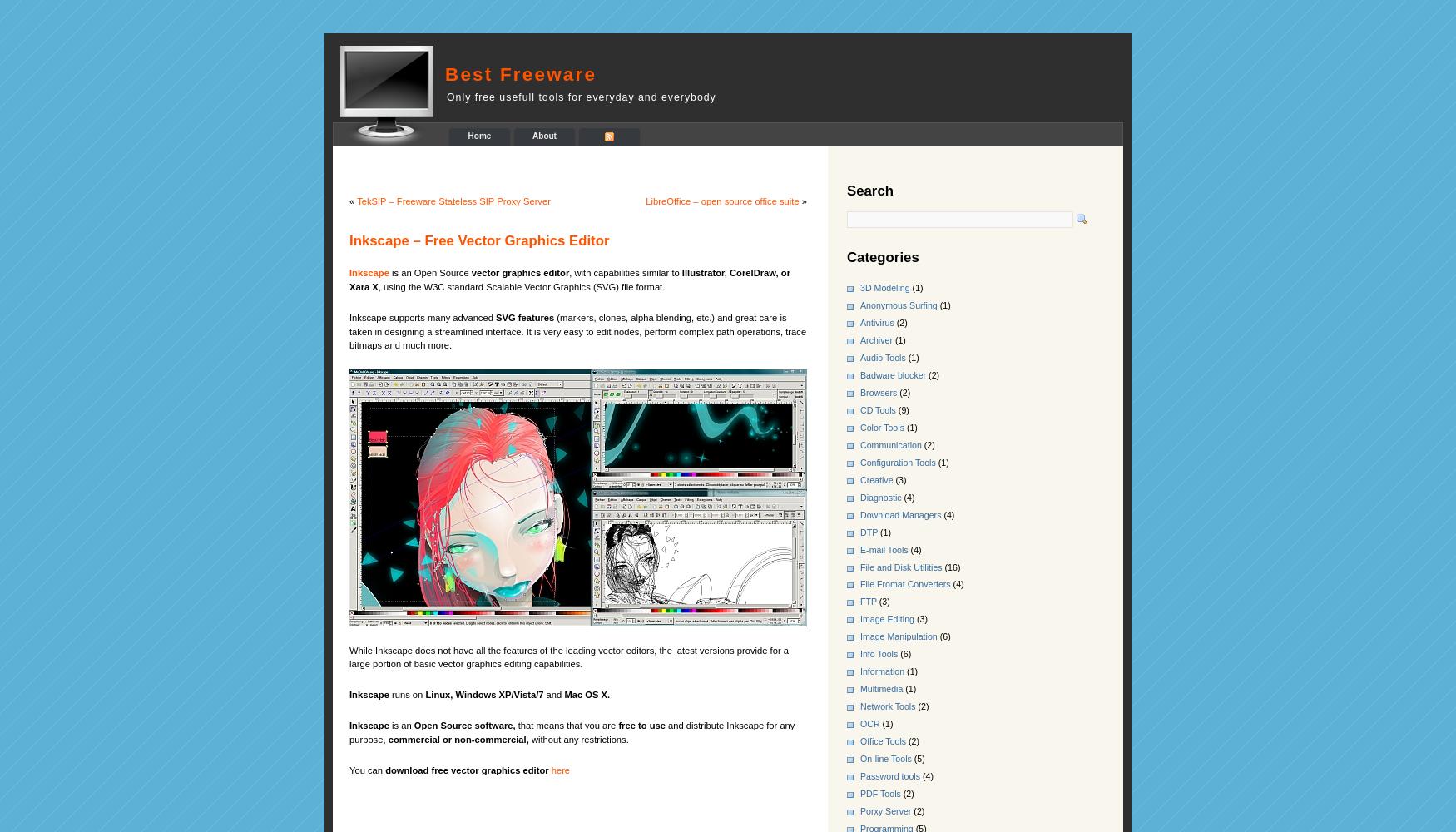 This screenshot has height=832, width=1456. I want to click on 'On-line Tools', so click(885, 758).